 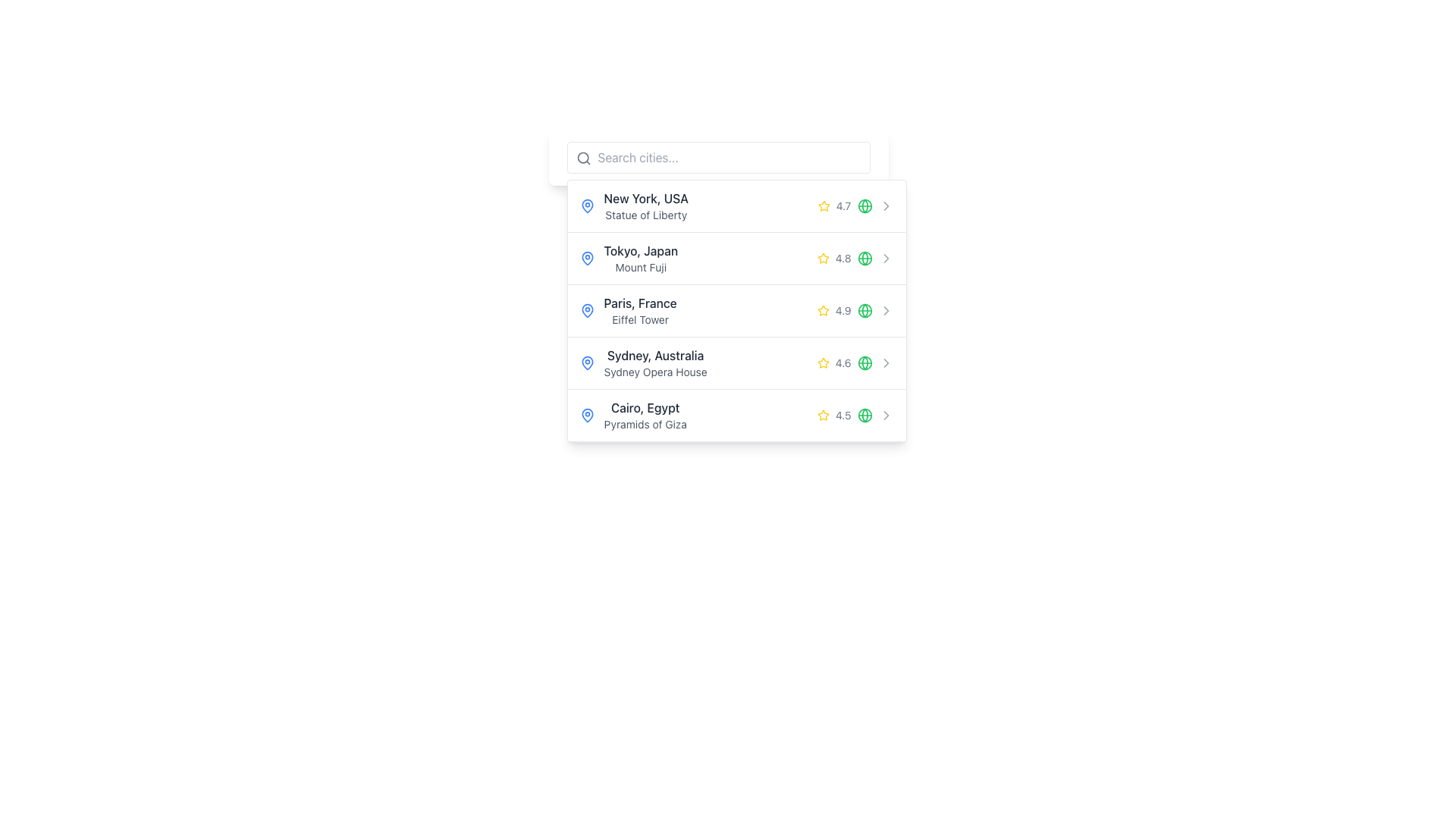 I want to click on the magnifying glass icon located at the left end of the search input box, so click(x=582, y=158).